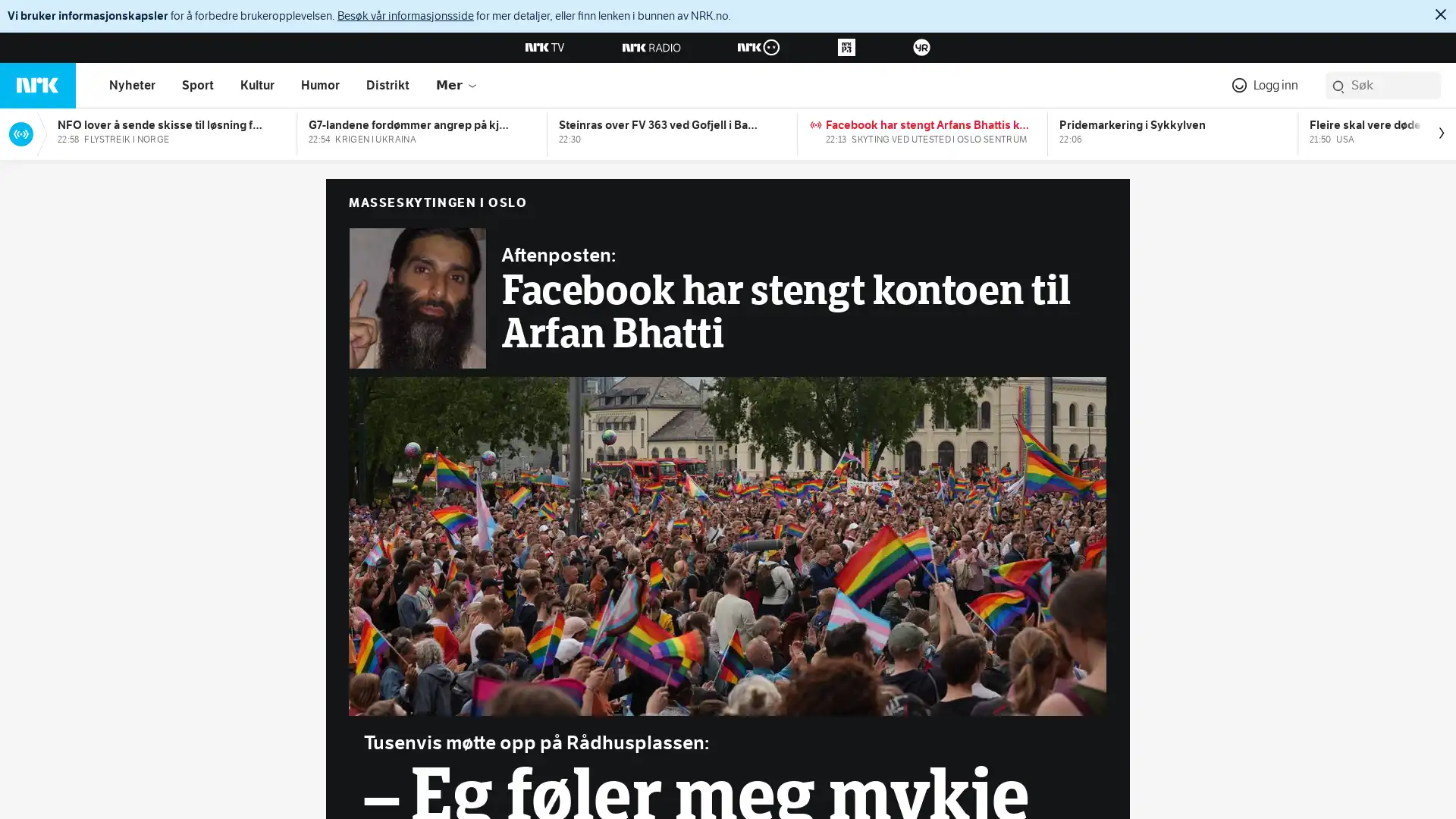 The height and width of the screenshot is (819, 1456). What do you see at coordinates (672, 130) in the screenshot?
I see `Steinras over FV 363 ved Gofjell i Bamle PUBLISERT KLOKKEN 22:30` at bounding box center [672, 130].